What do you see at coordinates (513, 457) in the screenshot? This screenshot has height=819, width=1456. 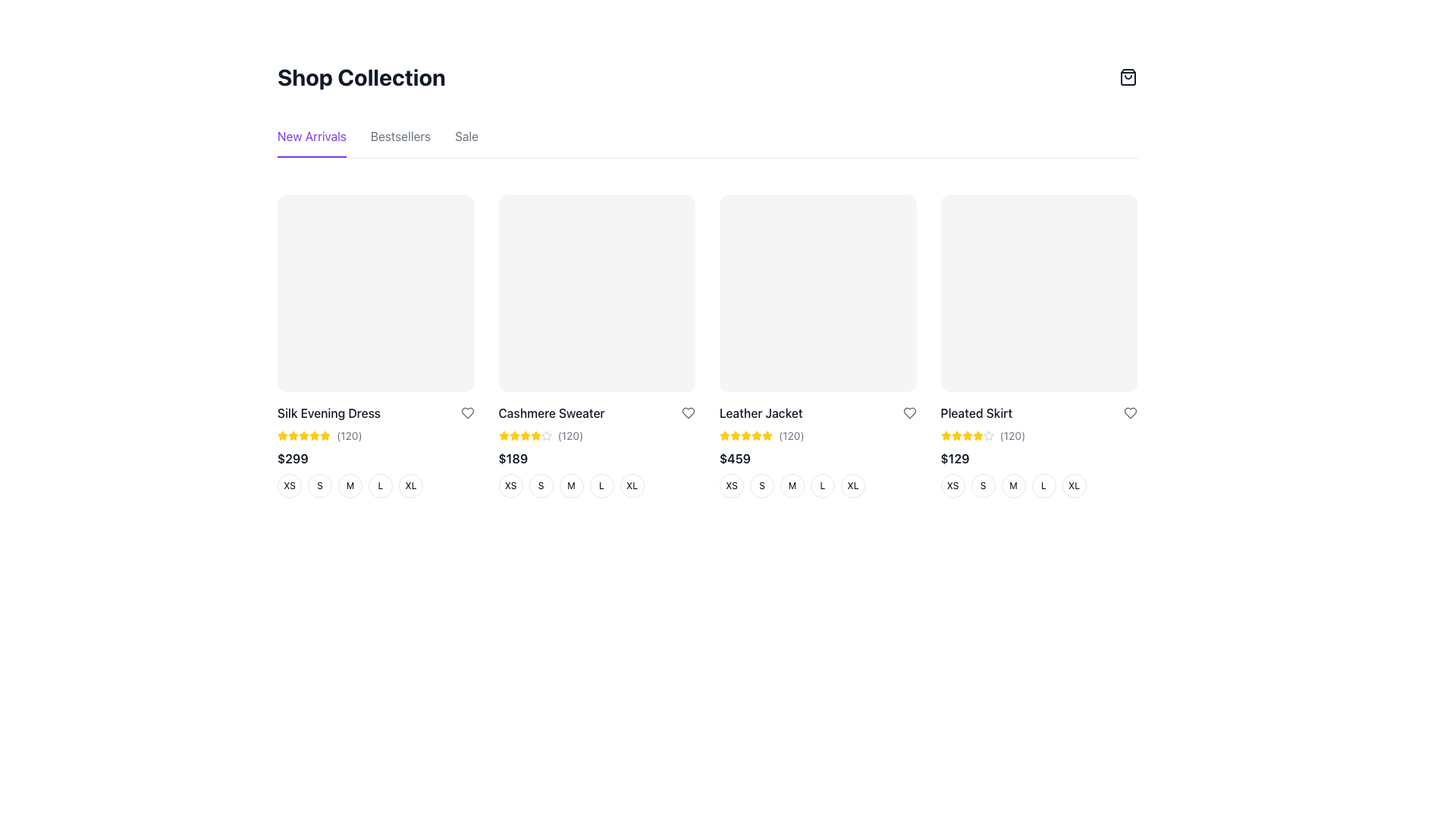 I see `the price label indicating the cost of the 'Cashmere Sweater' in the 'Shop Collection' section, located in the second column of the product grid` at bounding box center [513, 457].